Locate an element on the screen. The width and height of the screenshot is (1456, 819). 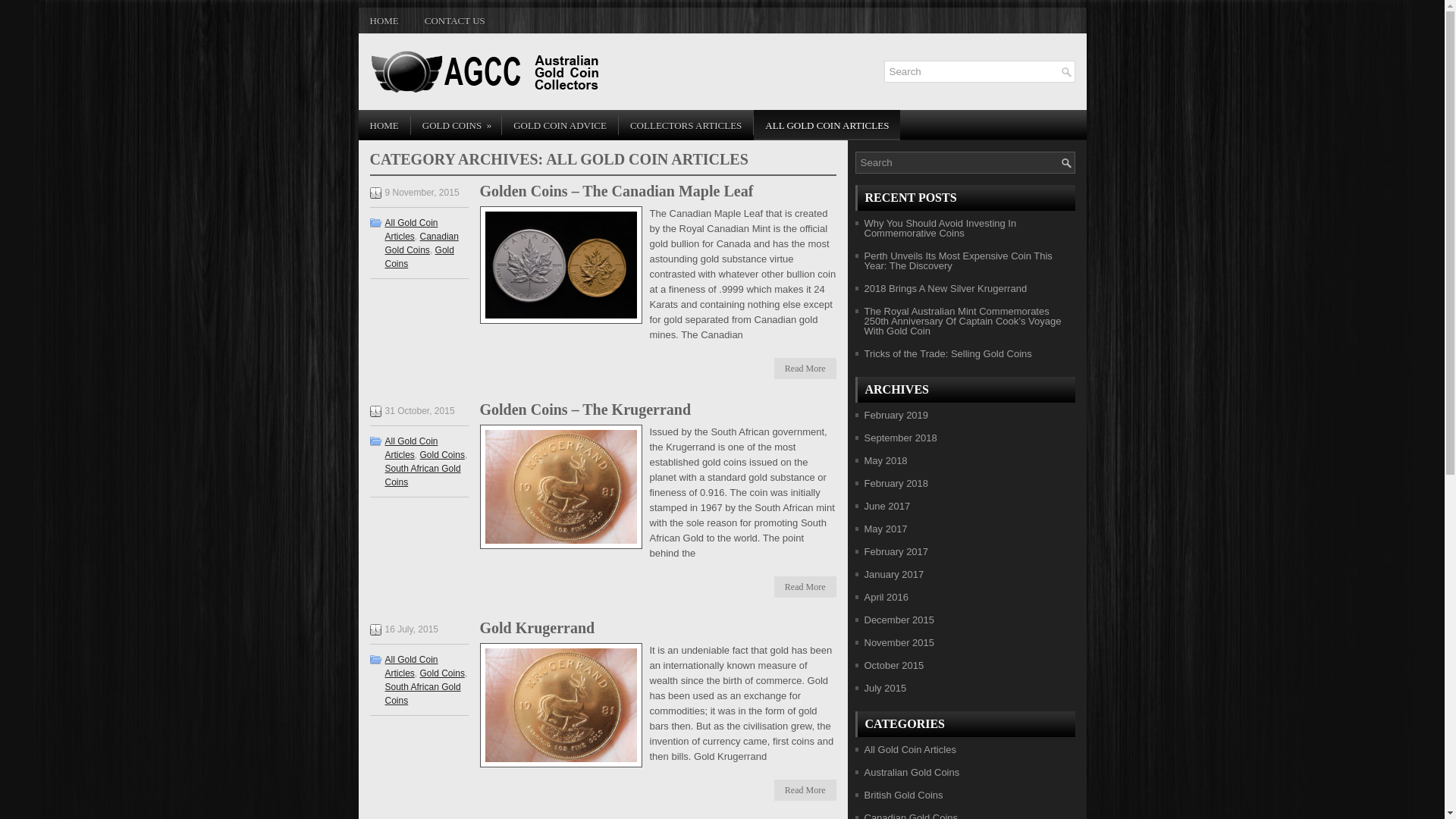
'Why You Should Avoid Investing In Commemorative Coins' is located at coordinates (864, 227).